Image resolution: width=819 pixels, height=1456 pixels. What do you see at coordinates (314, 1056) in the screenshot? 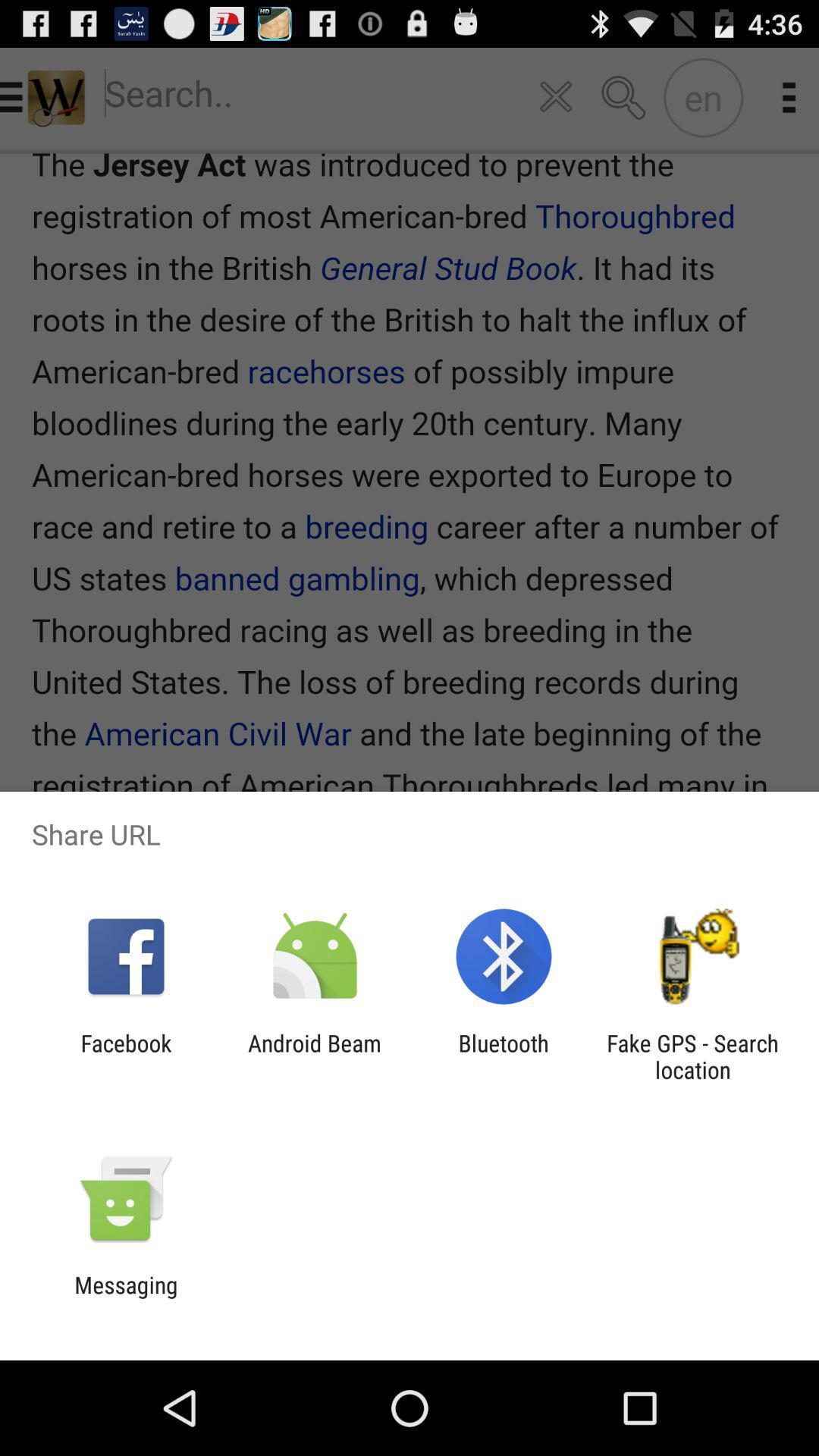
I see `item to the right of the facebook app` at bounding box center [314, 1056].